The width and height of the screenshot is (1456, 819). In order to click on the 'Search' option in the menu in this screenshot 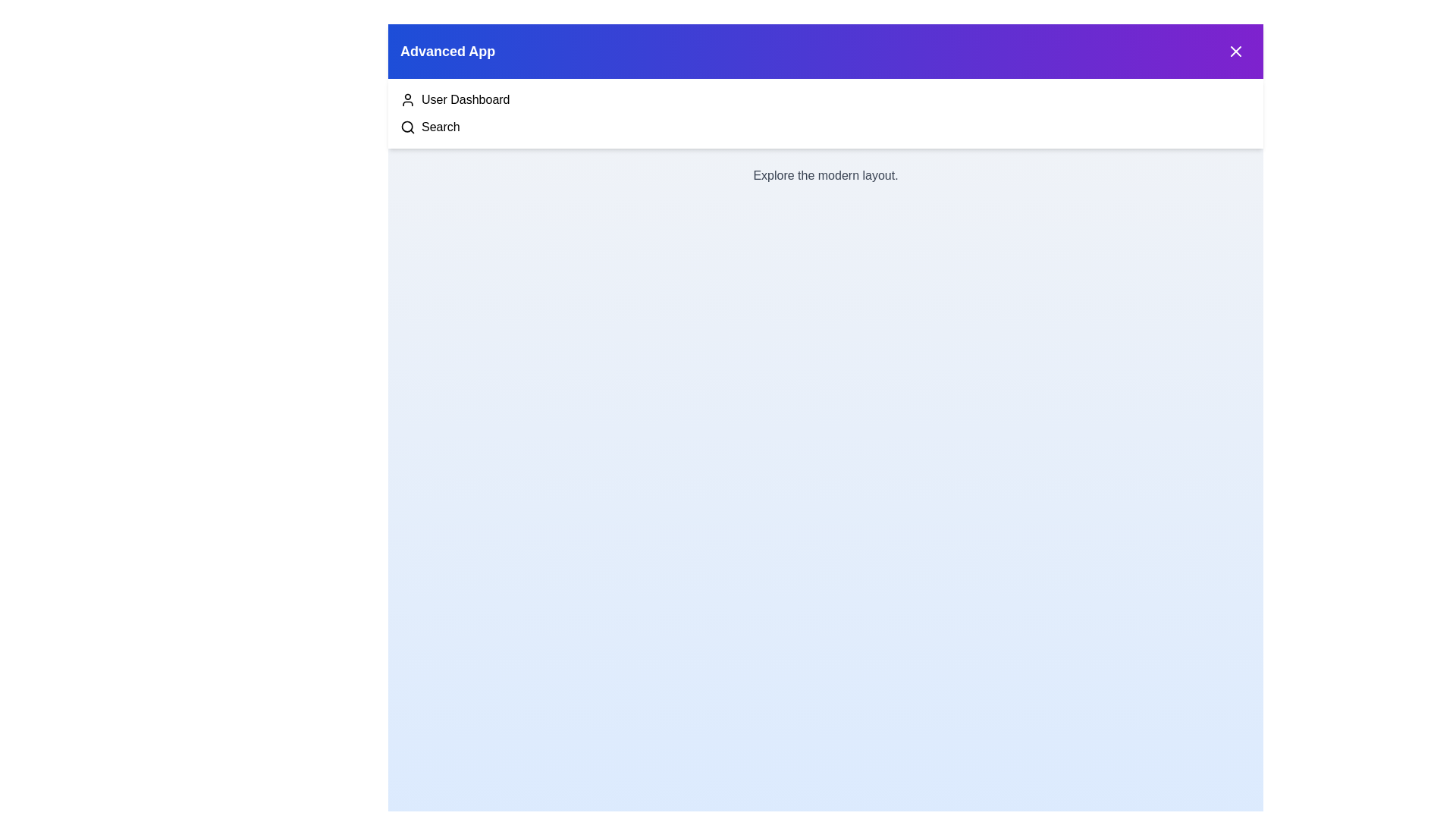, I will do `click(439, 127)`.